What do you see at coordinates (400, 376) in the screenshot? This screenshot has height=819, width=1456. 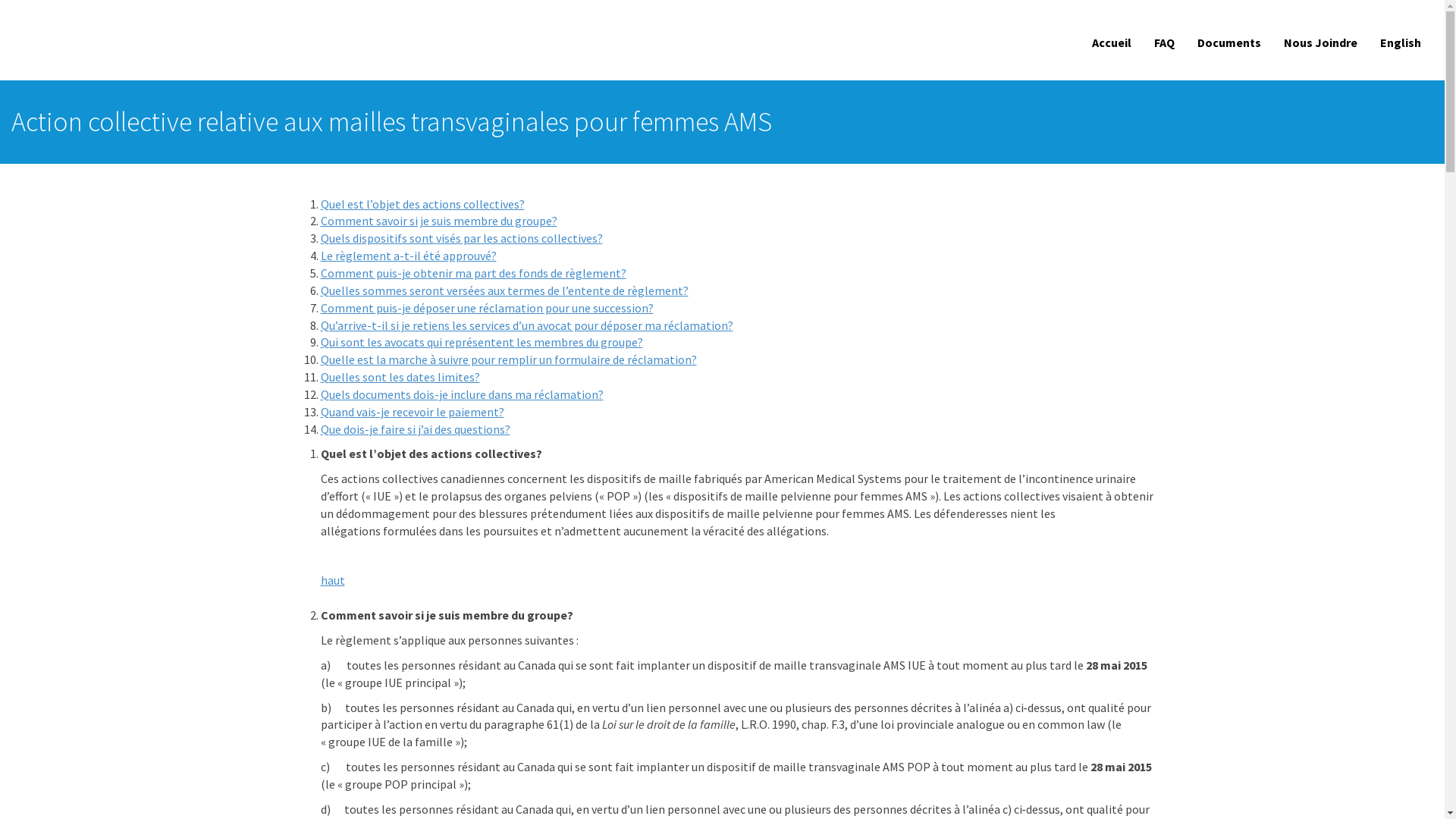 I see `'Quelles sont les dates limites?'` at bounding box center [400, 376].